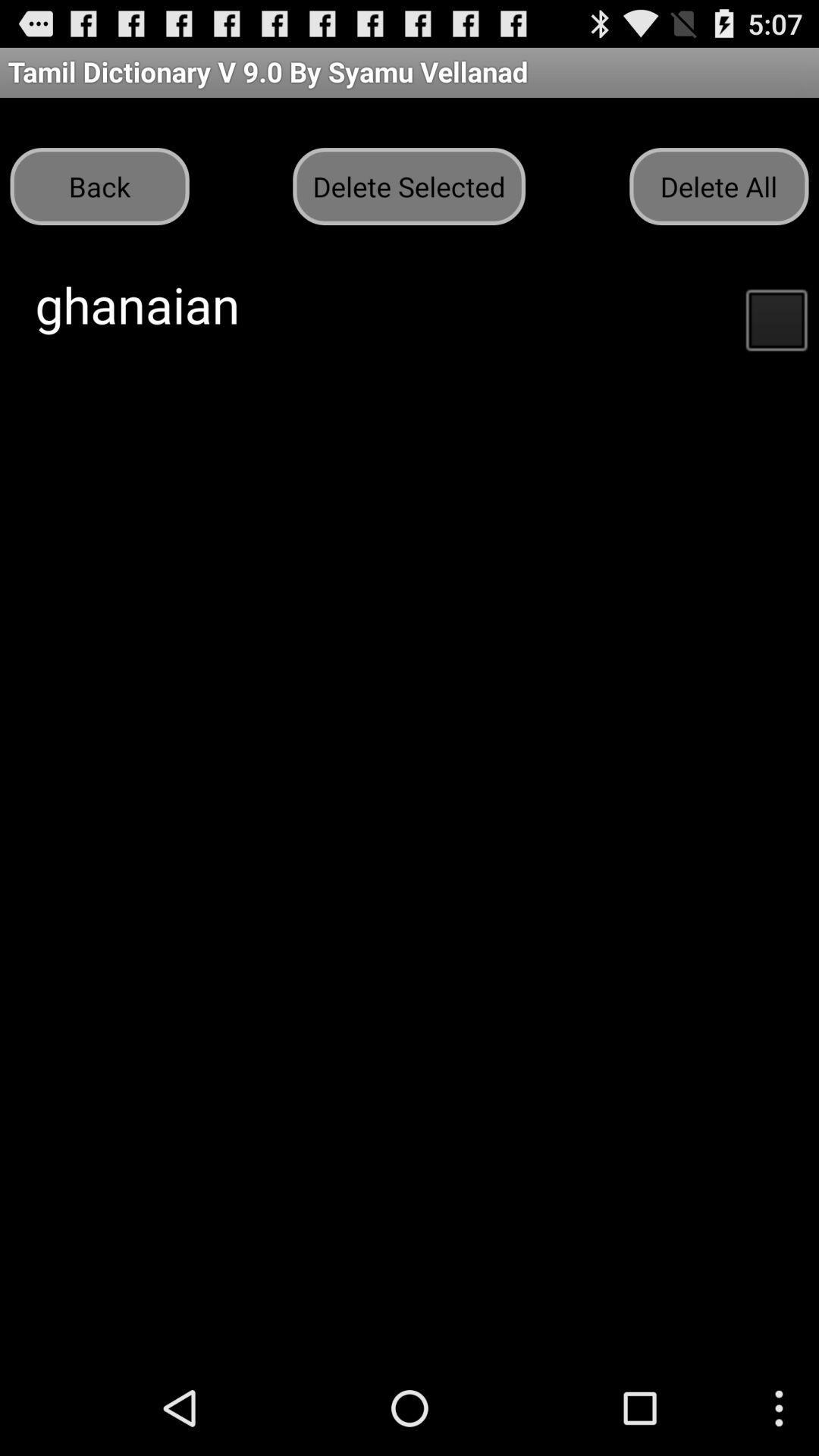 The height and width of the screenshot is (1456, 819). Describe the element at coordinates (776, 318) in the screenshot. I see `item next to ghanaian` at that location.